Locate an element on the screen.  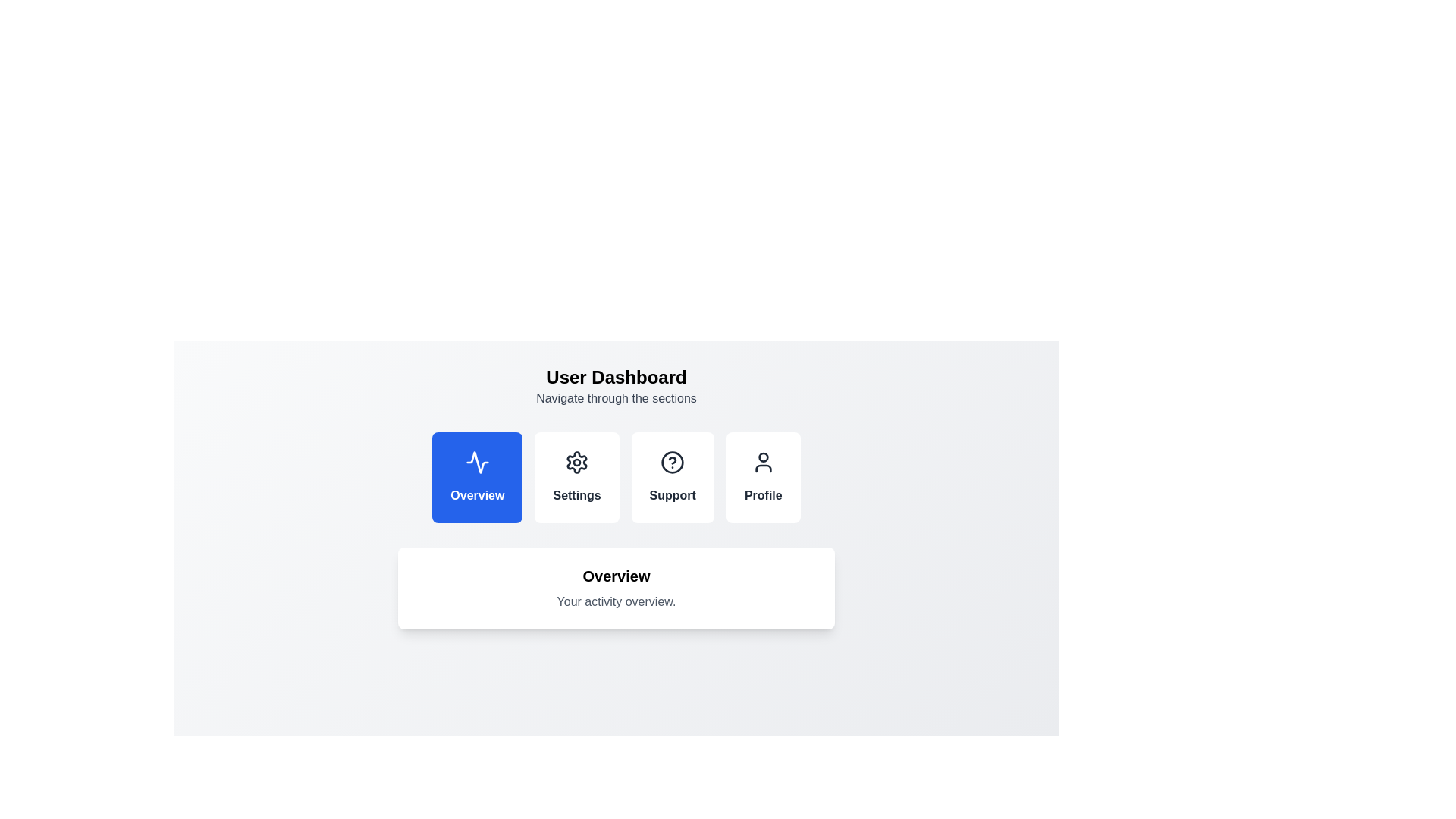
the non-interactive informational Text Card located in the lower half of the User Dashboard, positioned below the navigational cards labeled 'Overview', 'Settings', 'Support', and 'Profile' is located at coordinates (616, 587).